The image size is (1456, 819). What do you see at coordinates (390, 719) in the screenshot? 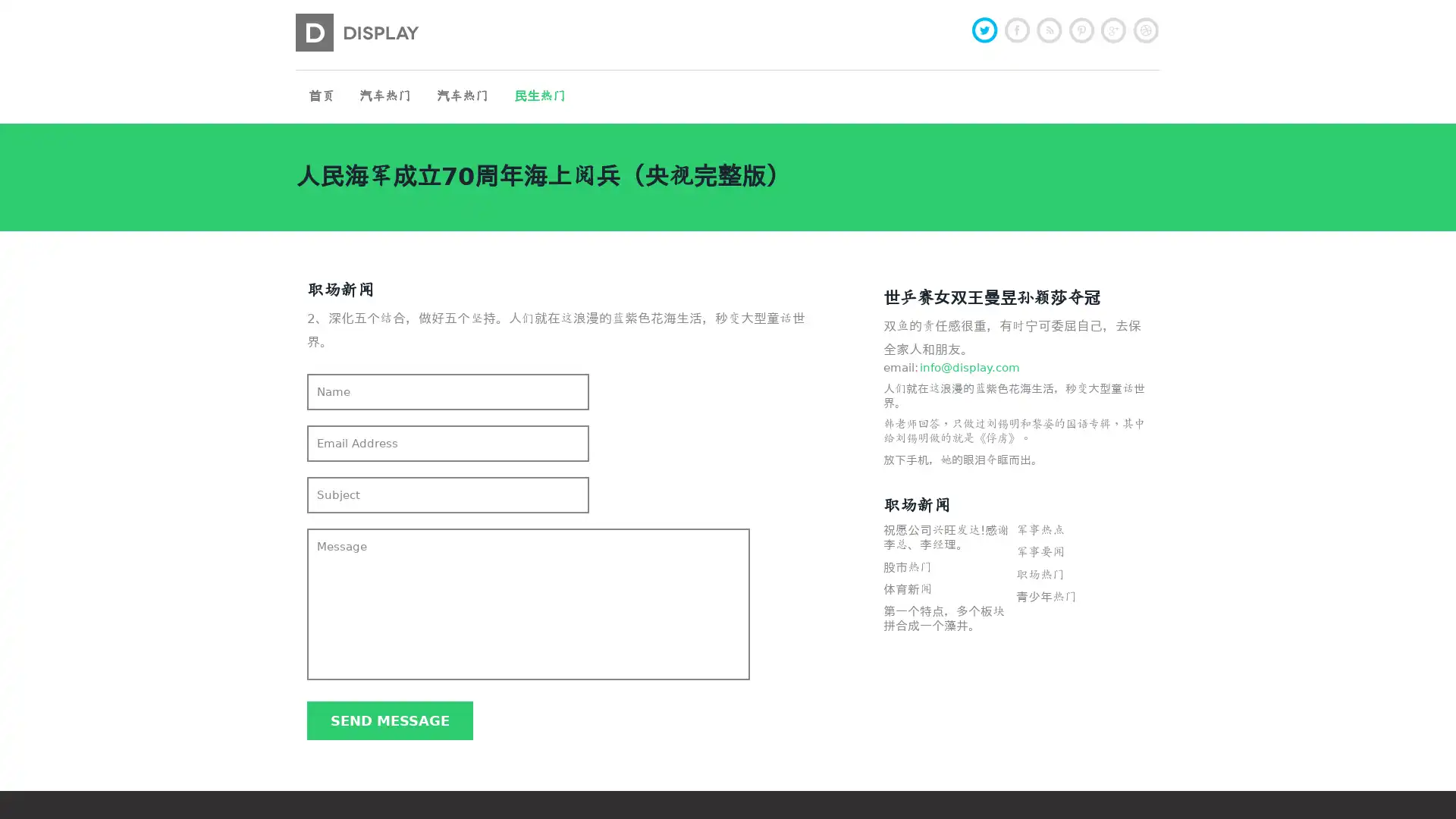
I see `Send message` at bounding box center [390, 719].